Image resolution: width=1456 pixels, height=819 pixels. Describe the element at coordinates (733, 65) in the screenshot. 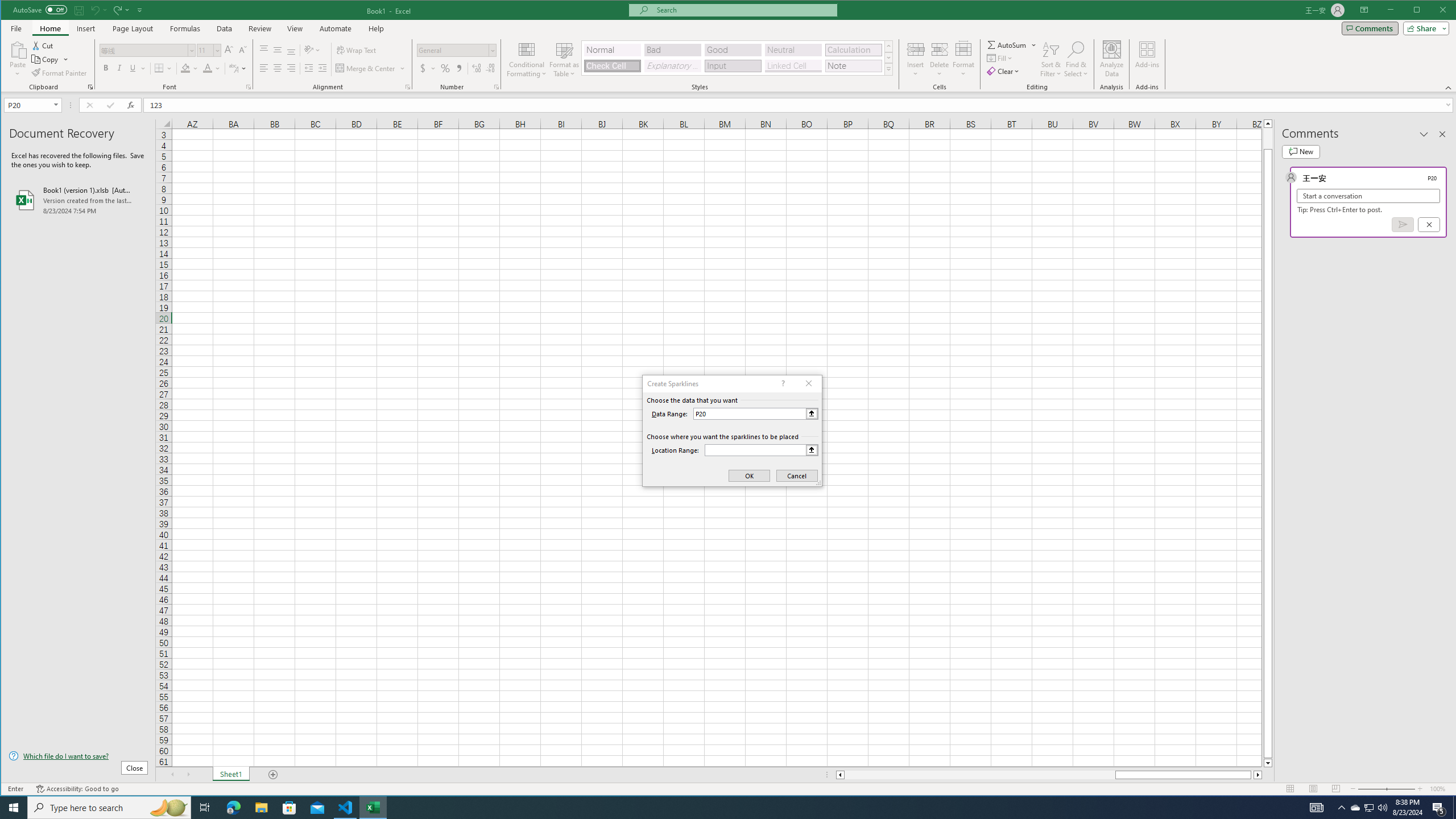

I see `'Input'` at that location.